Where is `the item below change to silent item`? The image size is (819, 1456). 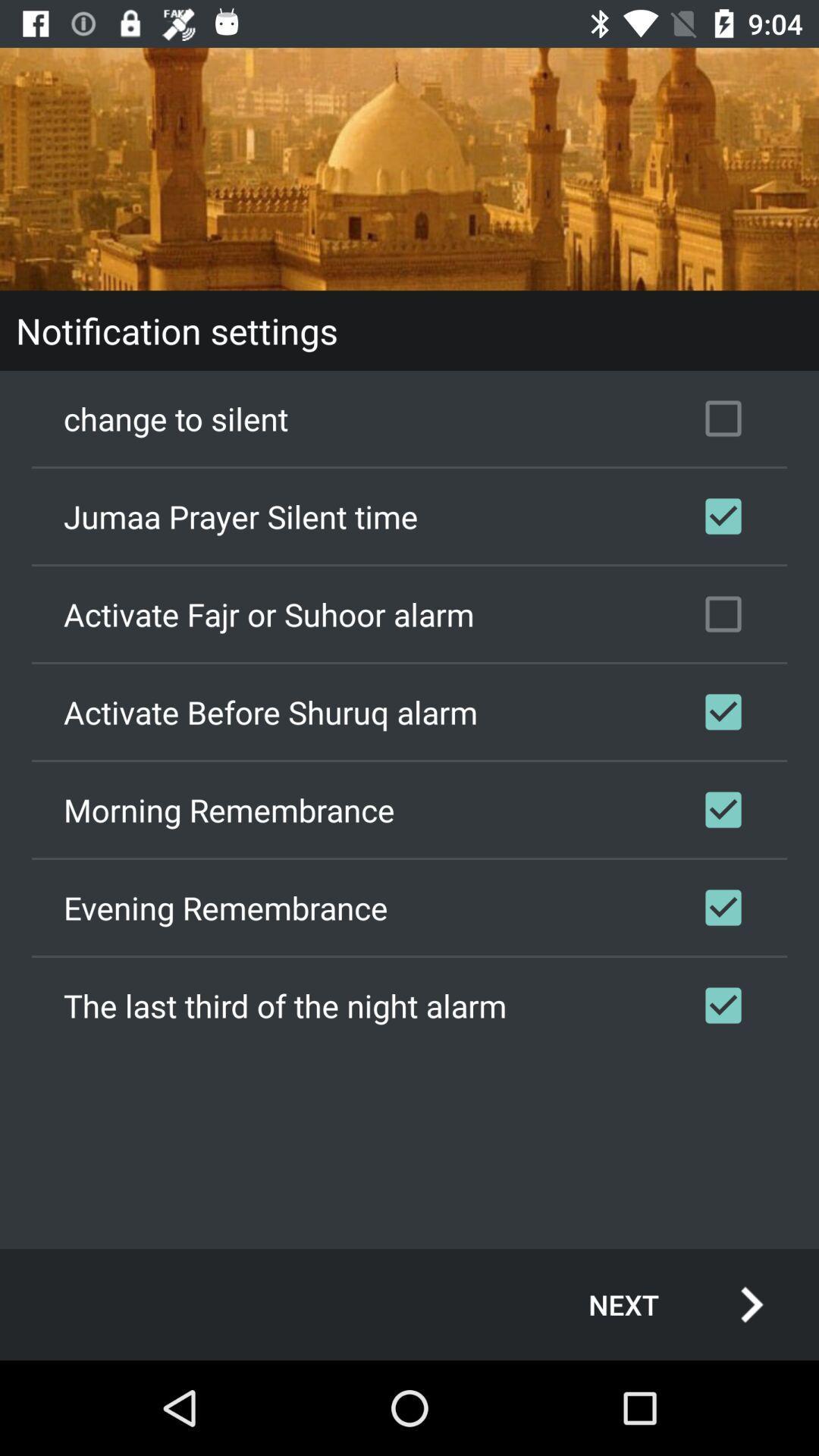 the item below change to silent item is located at coordinates (409, 516).